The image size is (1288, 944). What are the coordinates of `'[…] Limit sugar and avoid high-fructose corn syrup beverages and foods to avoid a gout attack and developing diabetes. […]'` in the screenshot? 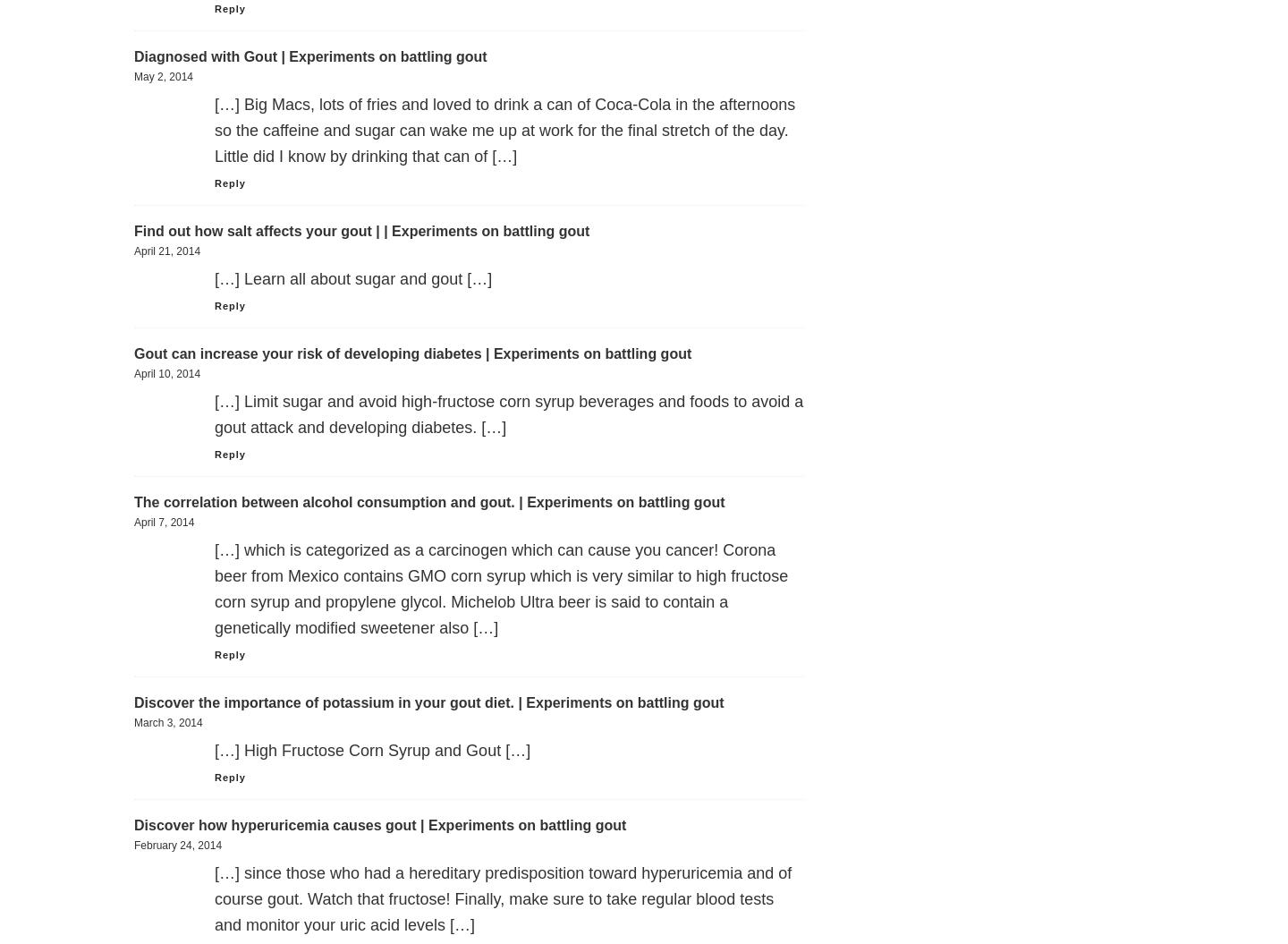 It's located at (508, 413).